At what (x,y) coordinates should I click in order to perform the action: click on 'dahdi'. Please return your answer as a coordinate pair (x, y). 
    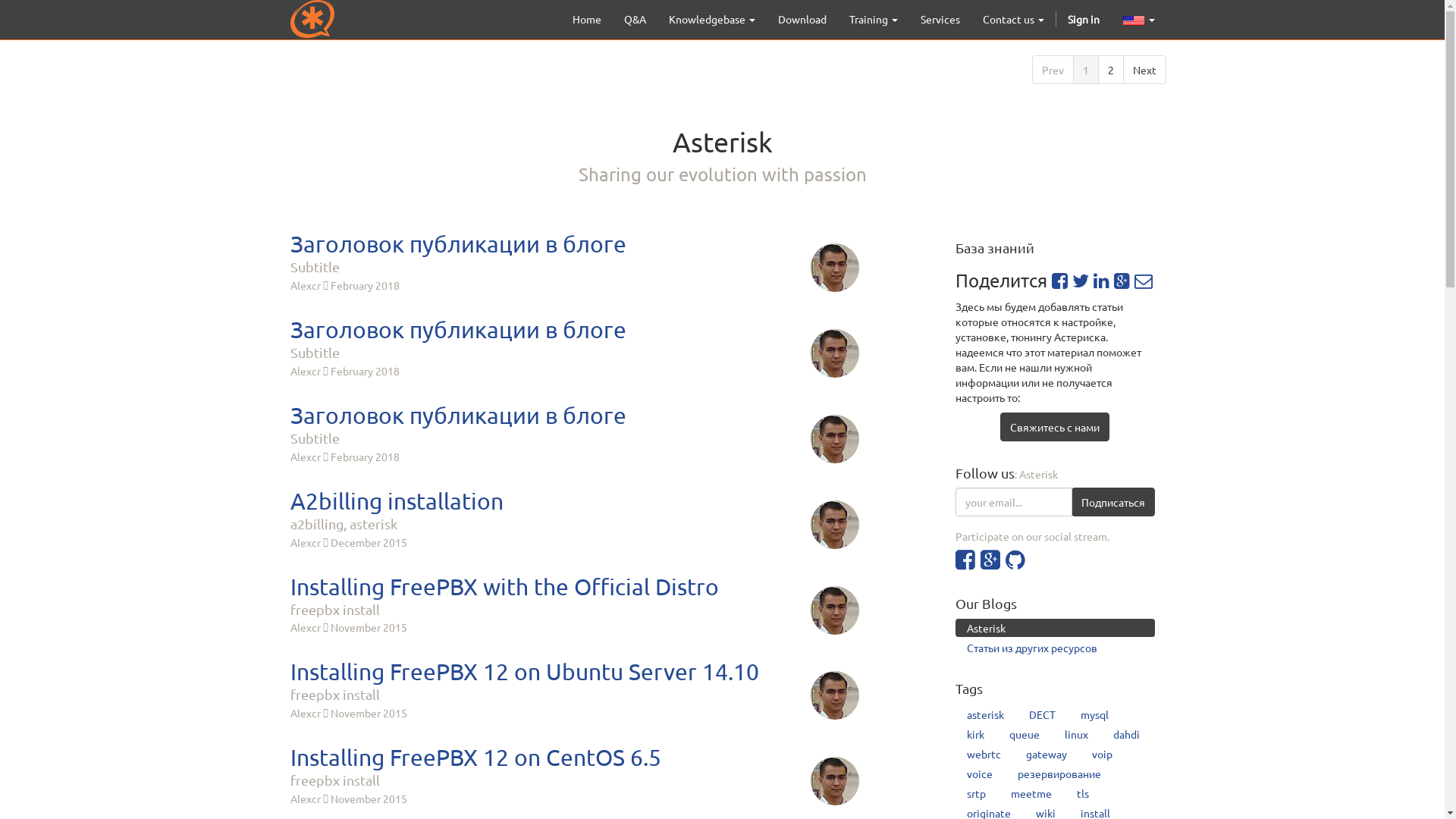
    Looking at the image, I should click on (1126, 733).